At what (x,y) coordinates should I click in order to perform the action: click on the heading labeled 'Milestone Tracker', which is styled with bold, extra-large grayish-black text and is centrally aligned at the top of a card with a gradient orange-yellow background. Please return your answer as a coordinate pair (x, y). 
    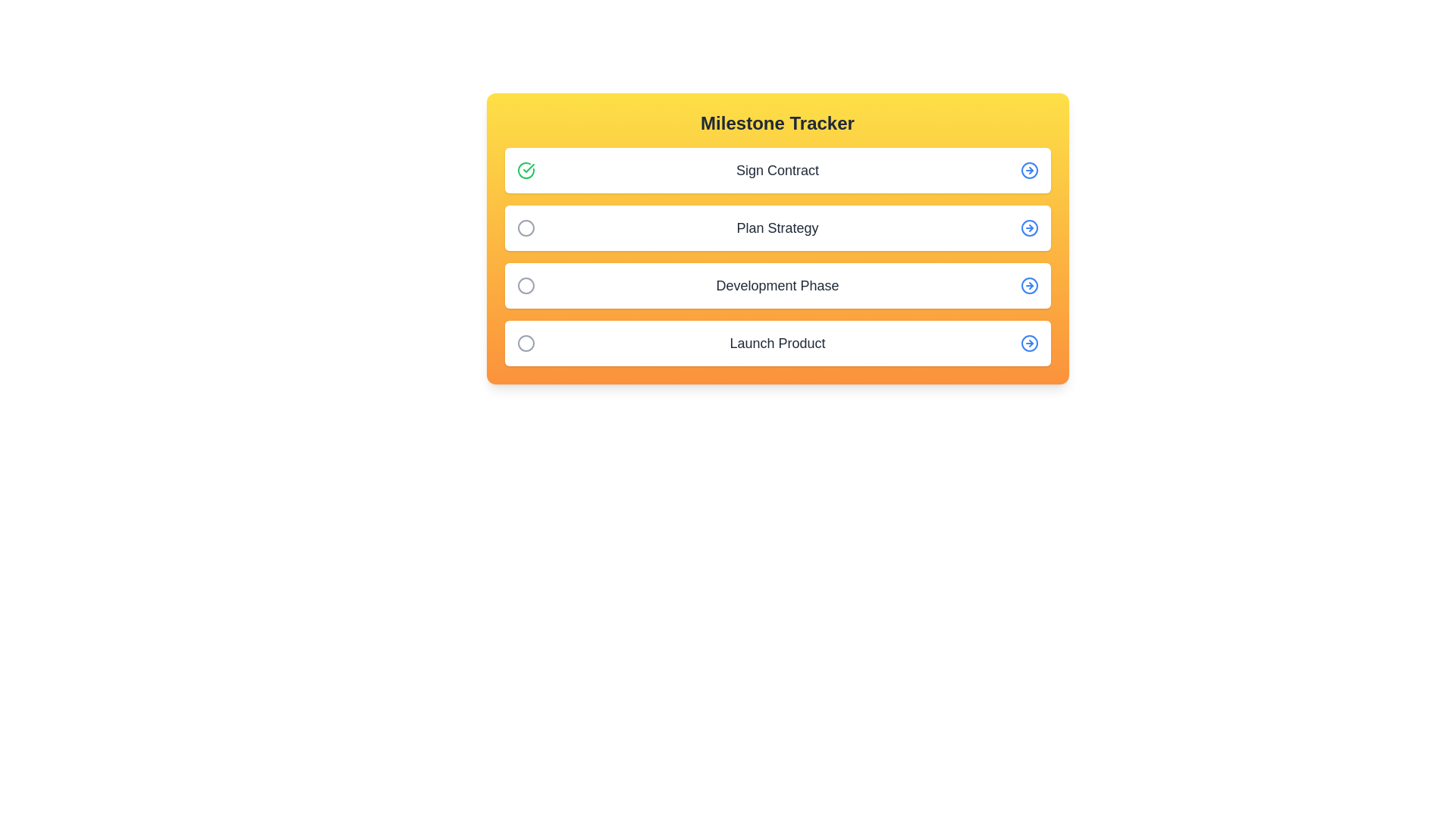
    Looking at the image, I should click on (777, 122).